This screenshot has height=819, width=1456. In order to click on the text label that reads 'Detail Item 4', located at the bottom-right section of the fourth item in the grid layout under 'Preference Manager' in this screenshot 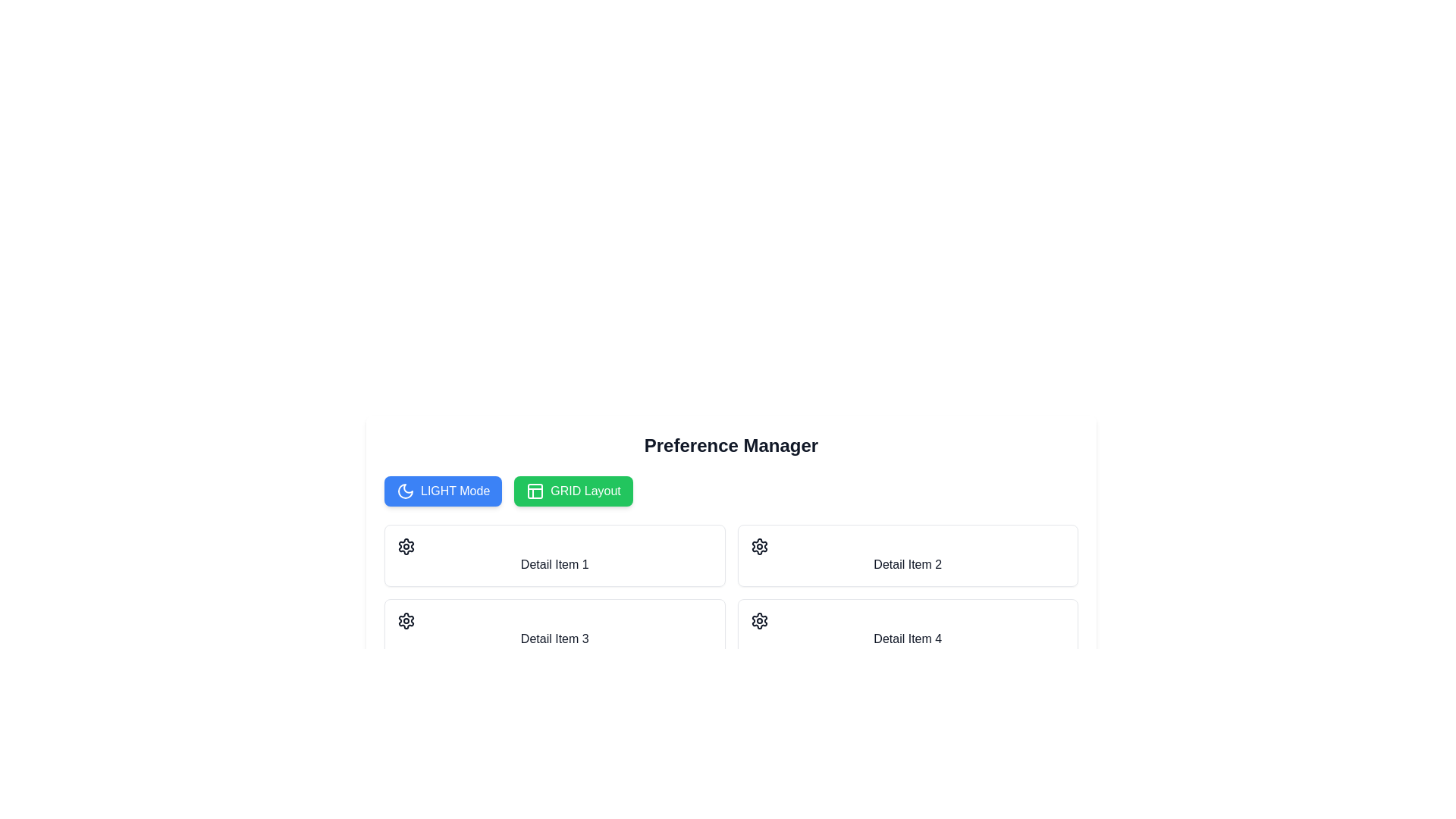, I will do `click(908, 639)`.